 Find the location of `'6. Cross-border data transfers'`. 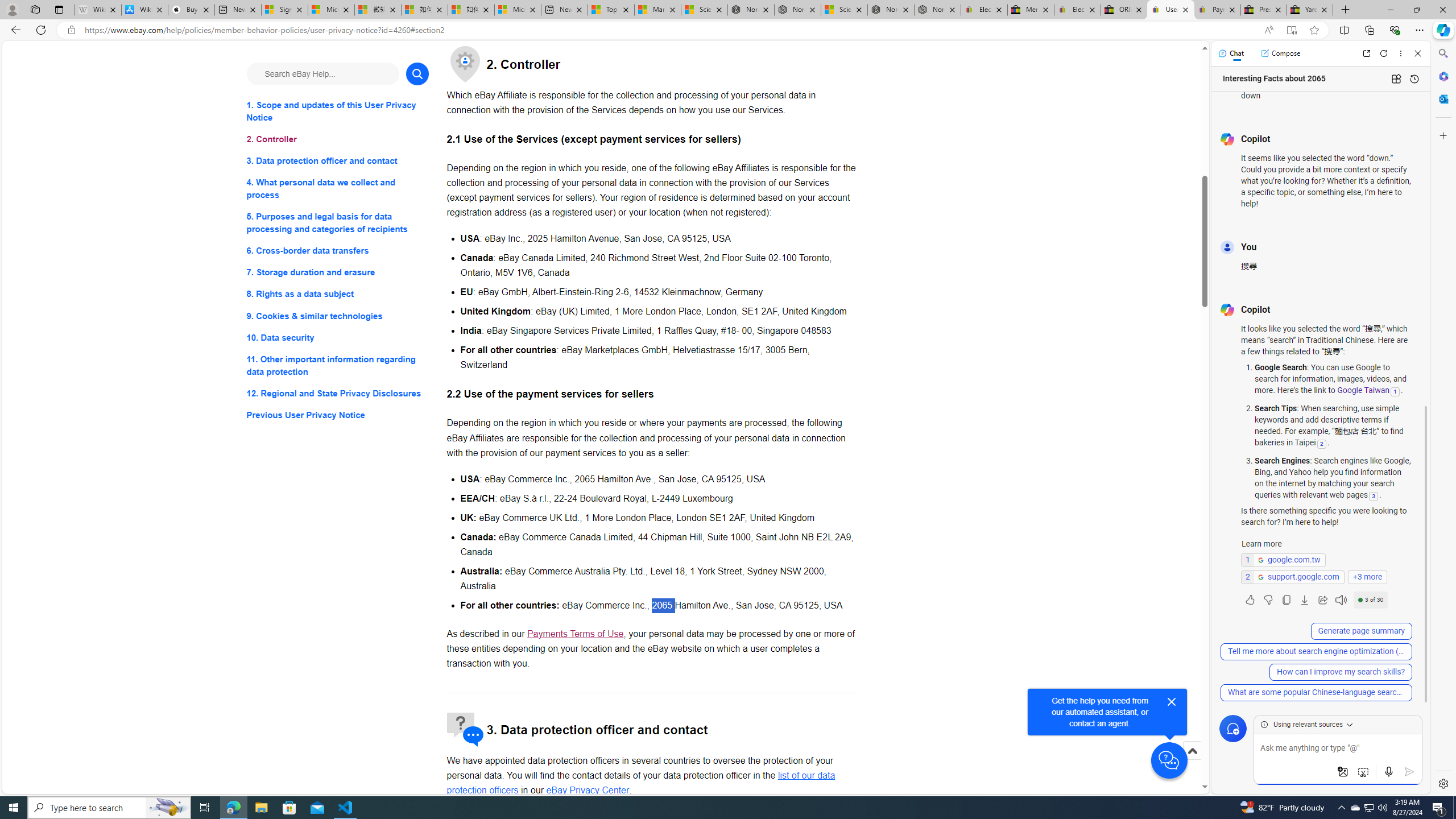

'6. Cross-border data transfers' is located at coordinates (337, 251).